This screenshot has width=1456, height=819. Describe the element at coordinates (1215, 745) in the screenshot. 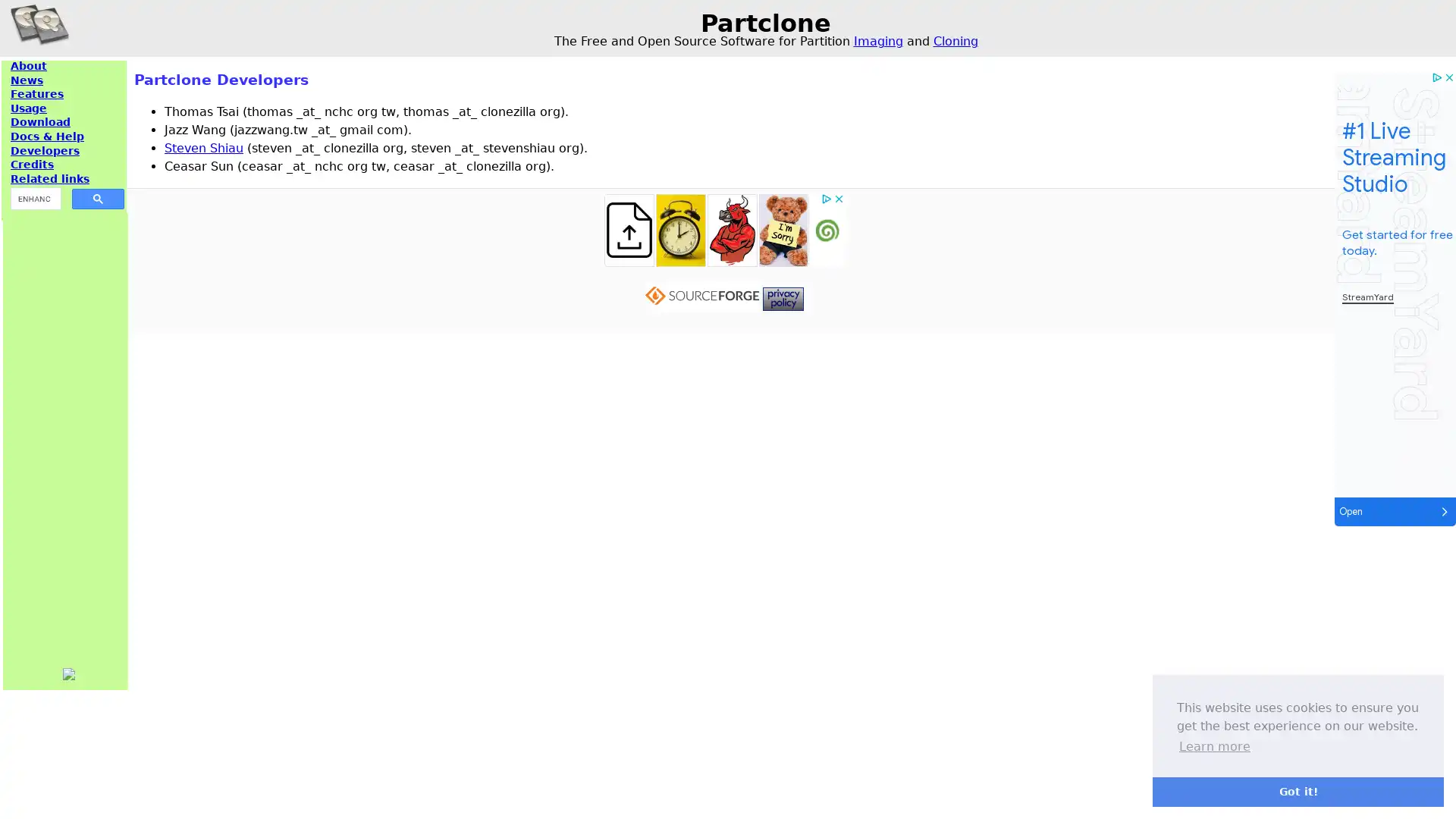

I see `learn more about cookies` at that location.